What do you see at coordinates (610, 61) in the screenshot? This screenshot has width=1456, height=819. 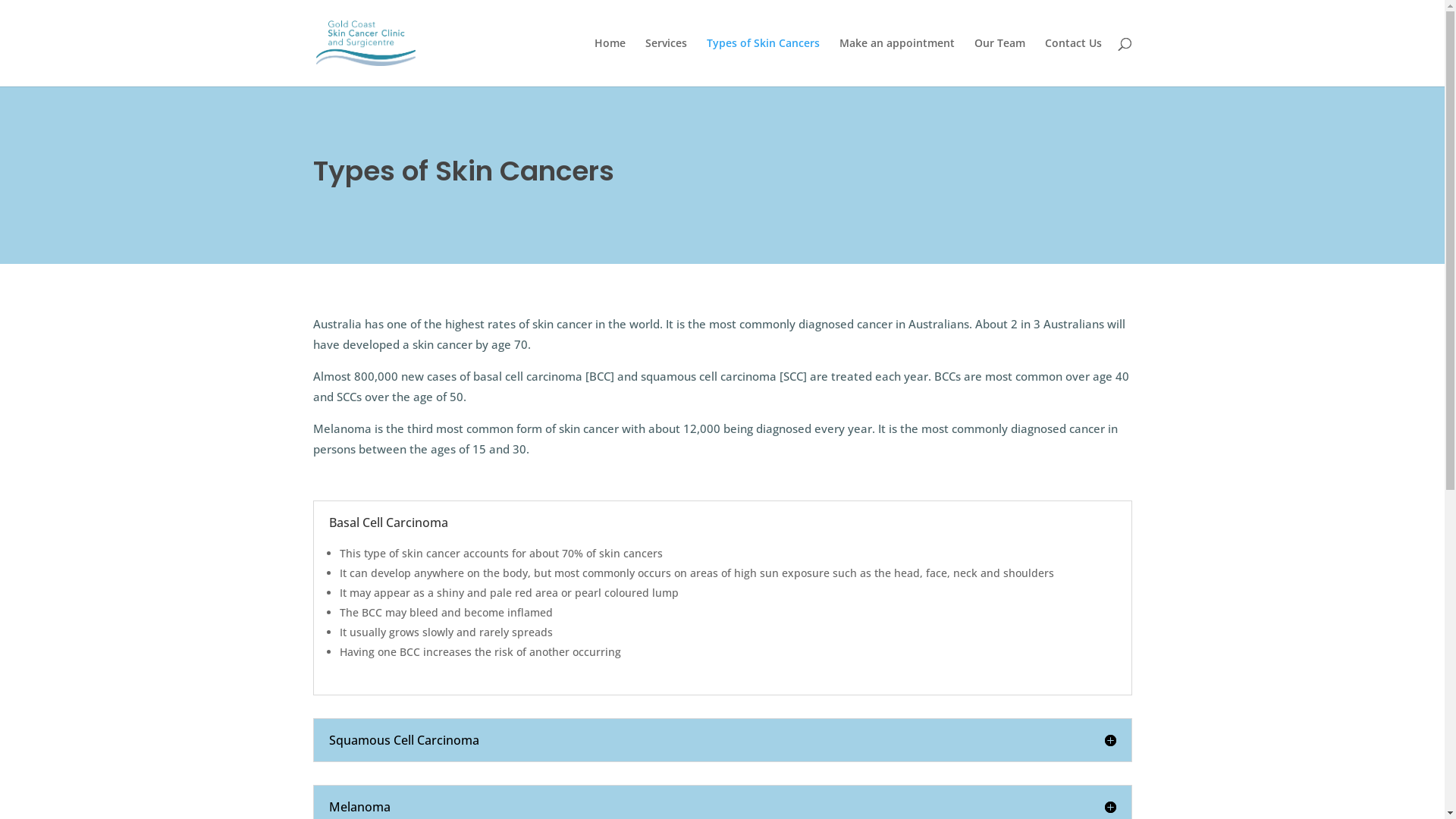 I see `'Home'` at bounding box center [610, 61].